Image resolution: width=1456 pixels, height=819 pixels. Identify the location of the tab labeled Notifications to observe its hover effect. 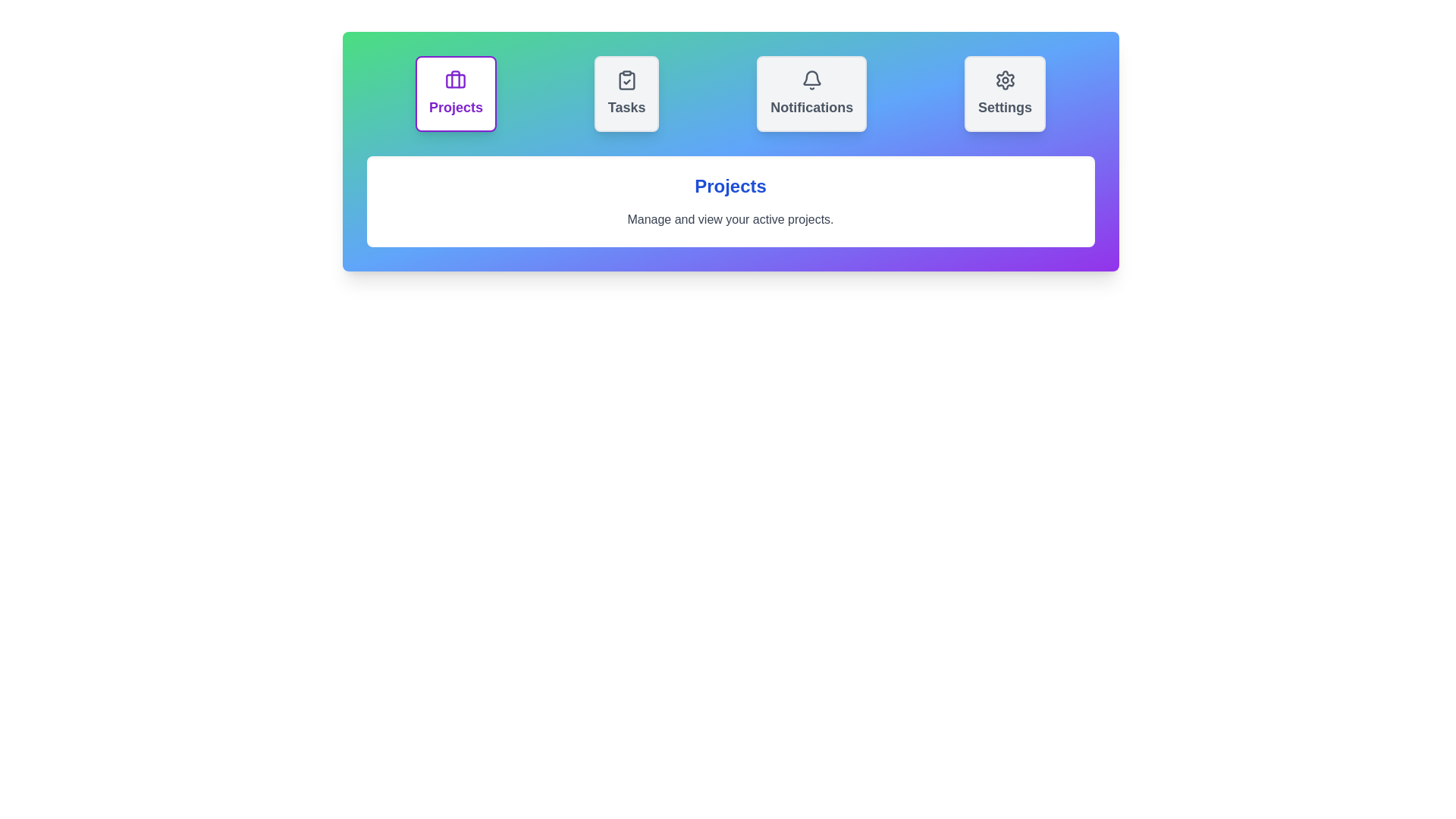
(811, 93).